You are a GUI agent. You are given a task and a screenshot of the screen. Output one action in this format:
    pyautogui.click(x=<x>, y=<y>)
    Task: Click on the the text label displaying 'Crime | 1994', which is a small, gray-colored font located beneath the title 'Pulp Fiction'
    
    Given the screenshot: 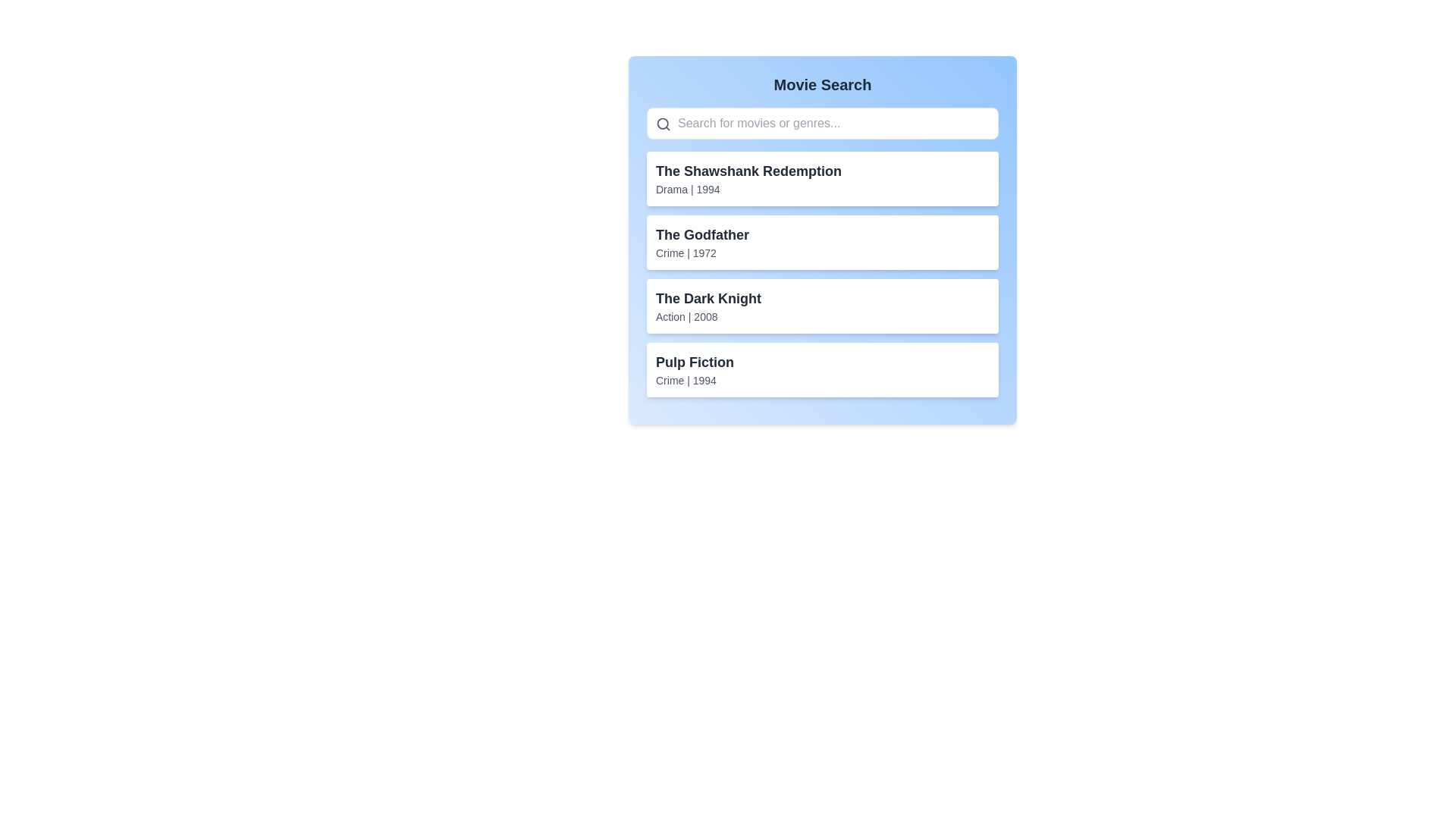 What is the action you would take?
    pyautogui.click(x=694, y=379)
    